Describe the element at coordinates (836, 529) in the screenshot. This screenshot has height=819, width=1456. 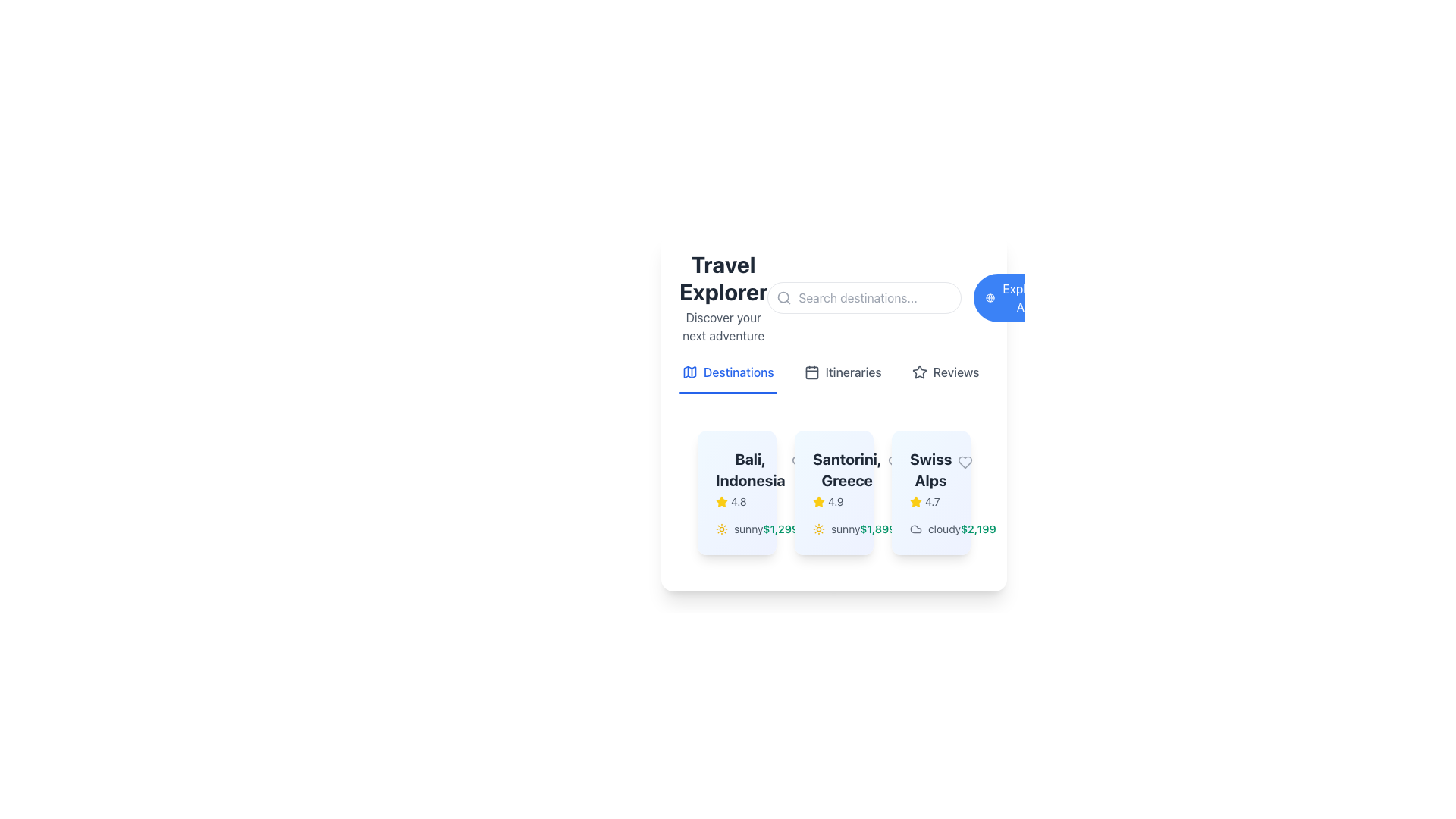
I see `the text label displaying 'sunny', which is styled in grey and located to the left of the price '$1,899' on the Santorini, Greece card` at that location.